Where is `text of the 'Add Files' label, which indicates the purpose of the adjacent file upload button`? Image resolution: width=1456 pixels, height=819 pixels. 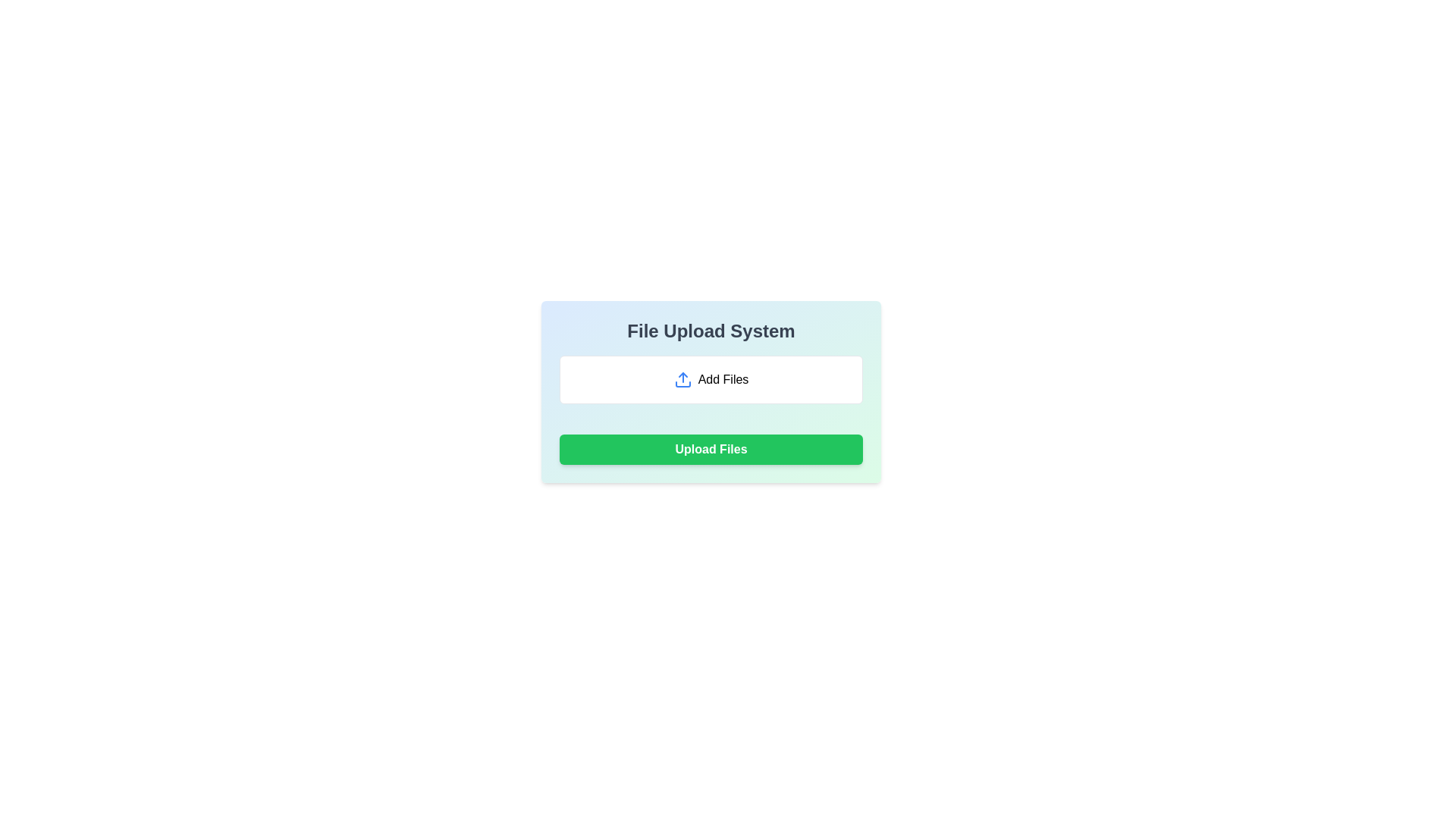
text of the 'Add Files' label, which indicates the purpose of the adjacent file upload button is located at coordinates (723, 379).